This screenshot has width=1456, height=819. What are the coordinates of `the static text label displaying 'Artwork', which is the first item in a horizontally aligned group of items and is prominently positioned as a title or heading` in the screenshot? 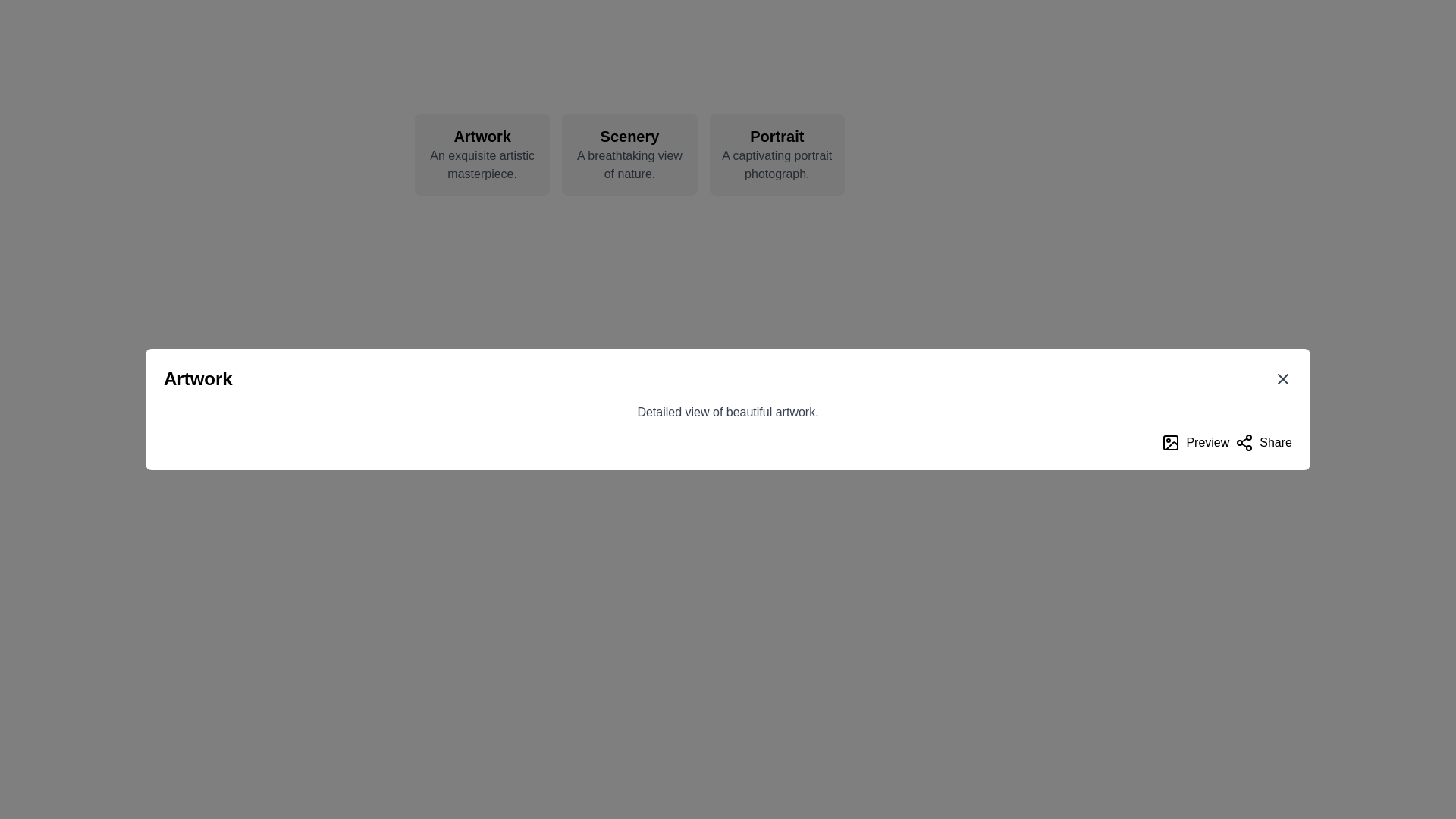 It's located at (482, 136).